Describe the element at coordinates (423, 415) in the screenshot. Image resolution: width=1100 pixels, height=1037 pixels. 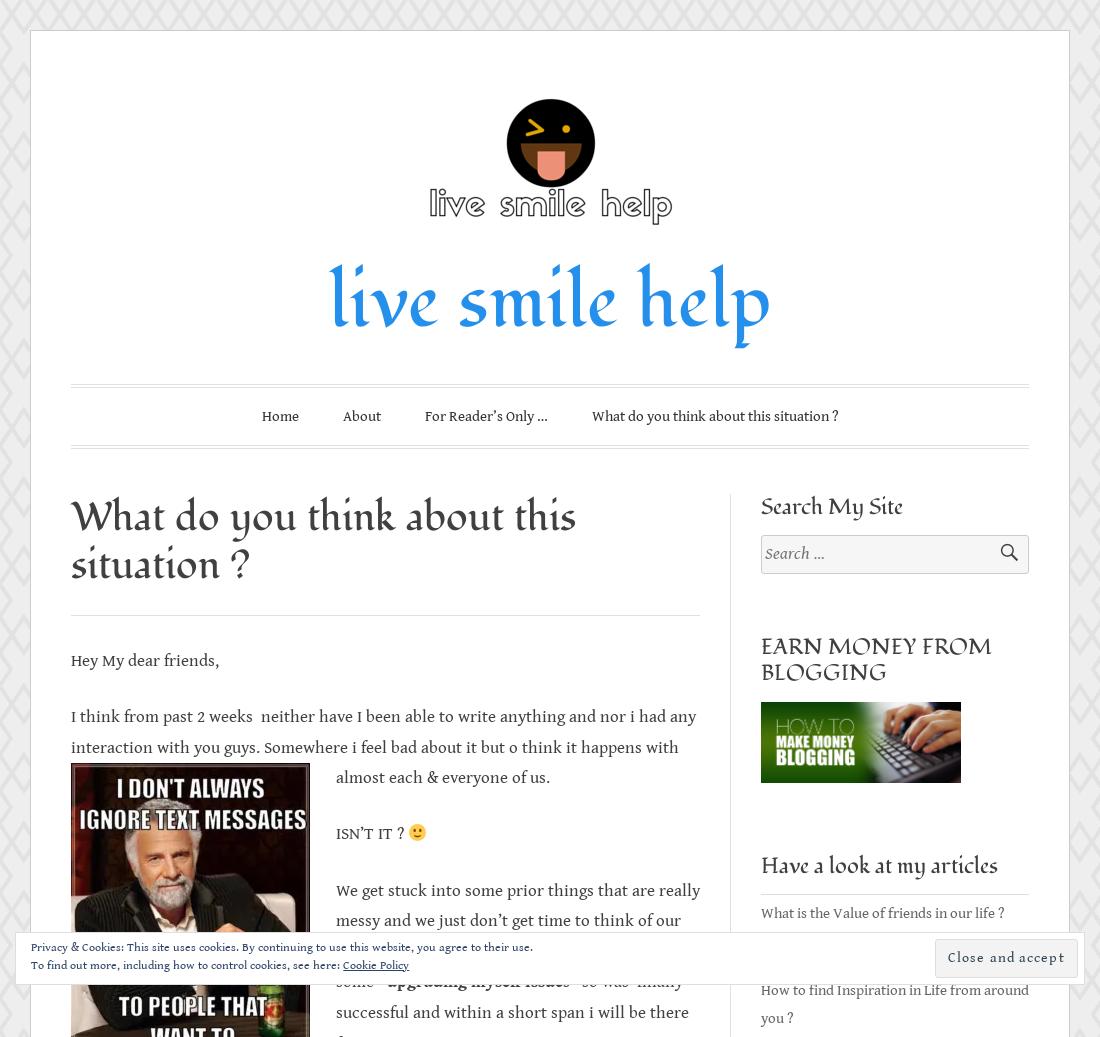
I see `'For Reader’s Only …'` at that location.